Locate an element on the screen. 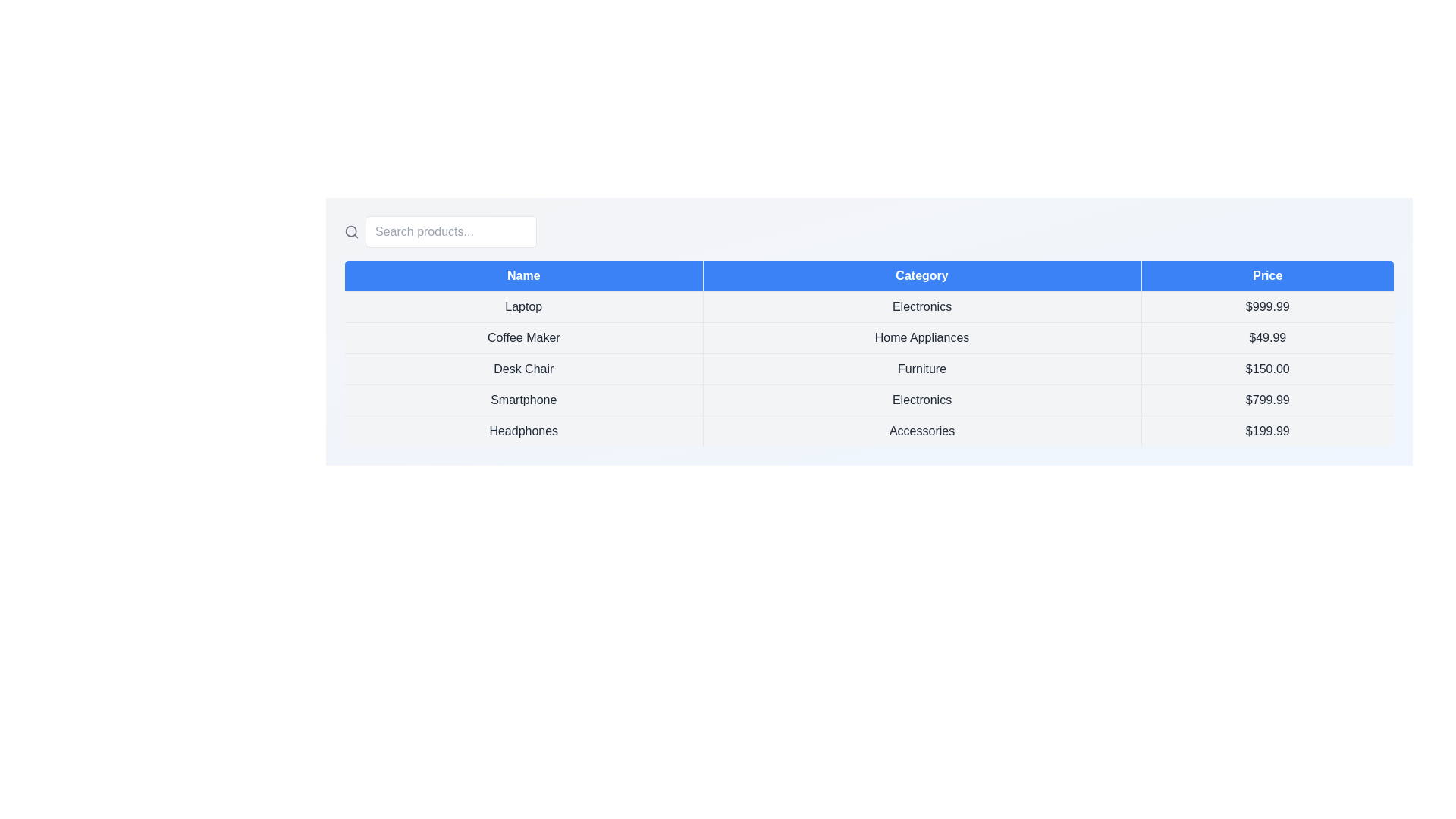 The width and height of the screenshot is (1456, 819). the last row of the table containing 'Headphones', 'Accessories', and '$199.99' is located at coordinates (869, 431).